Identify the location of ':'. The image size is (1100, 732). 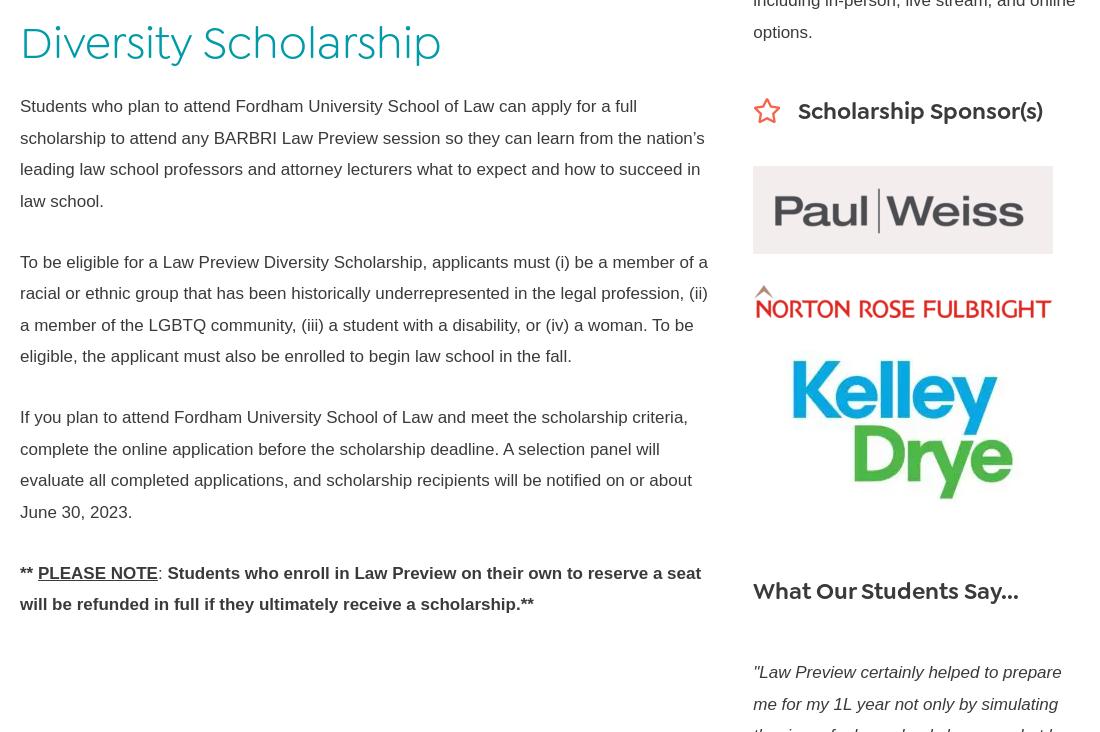
(161, 571).